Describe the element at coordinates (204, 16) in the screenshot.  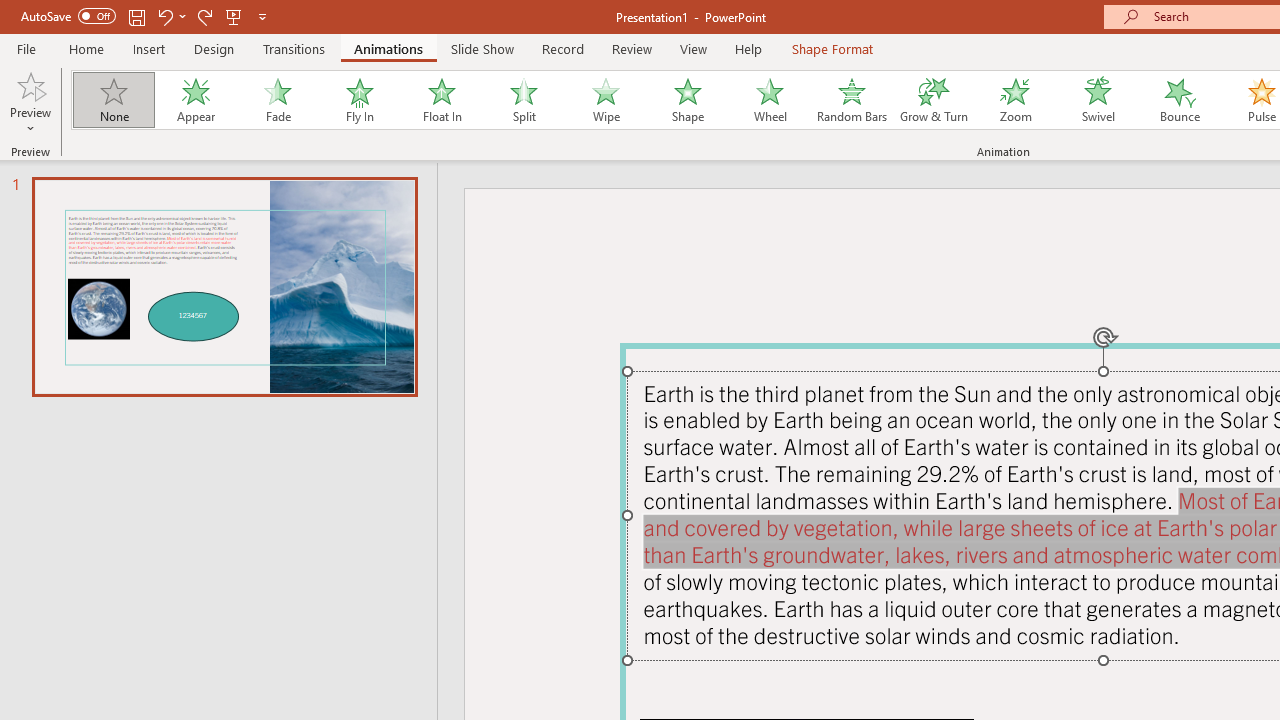
I see `'Redo'` at that location.